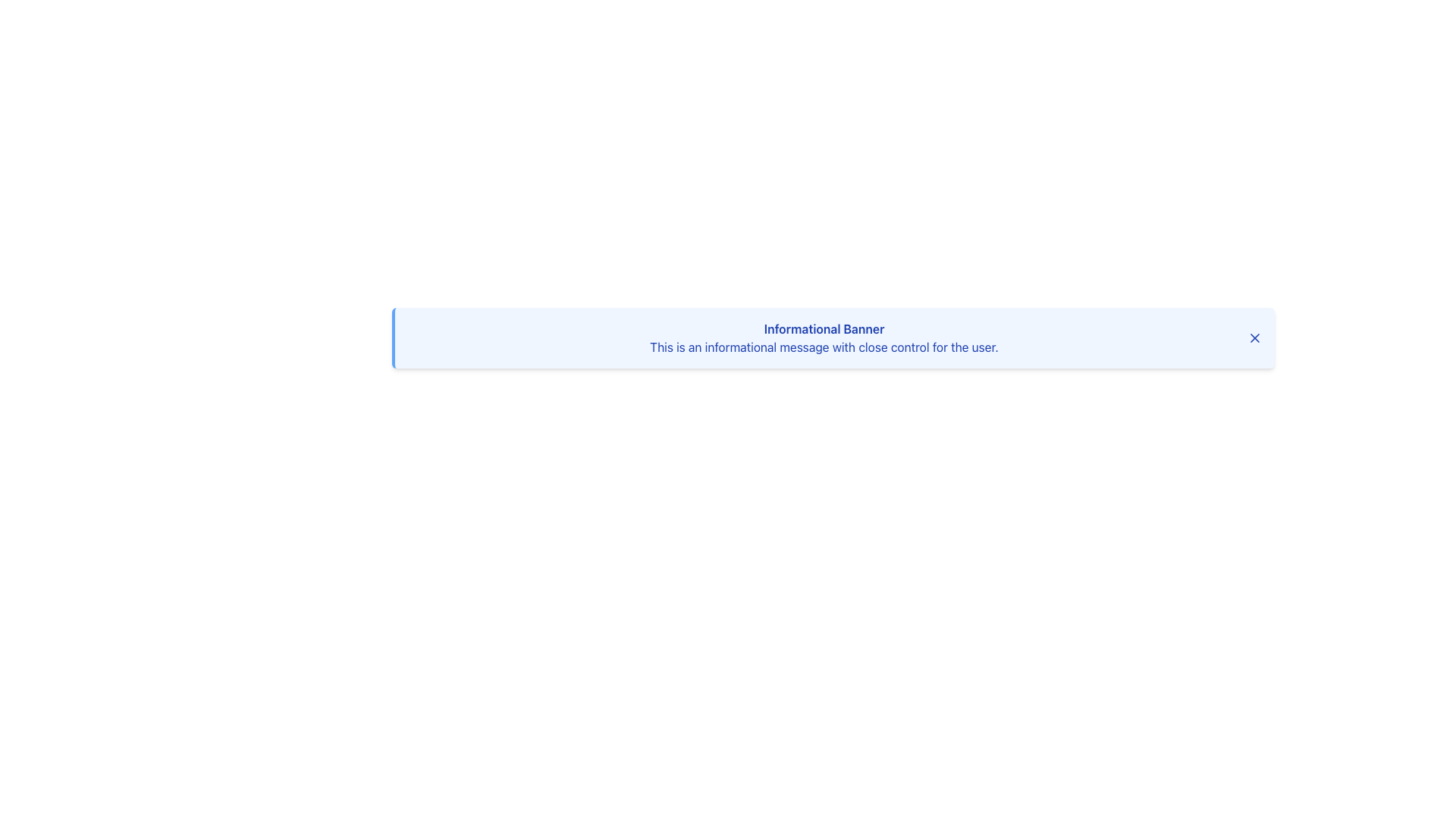  I want to click on the textual message labeled 'This is an informational message with close control for the user.' displayed in blue font within the lower half of the banner design, so click(823, 347).